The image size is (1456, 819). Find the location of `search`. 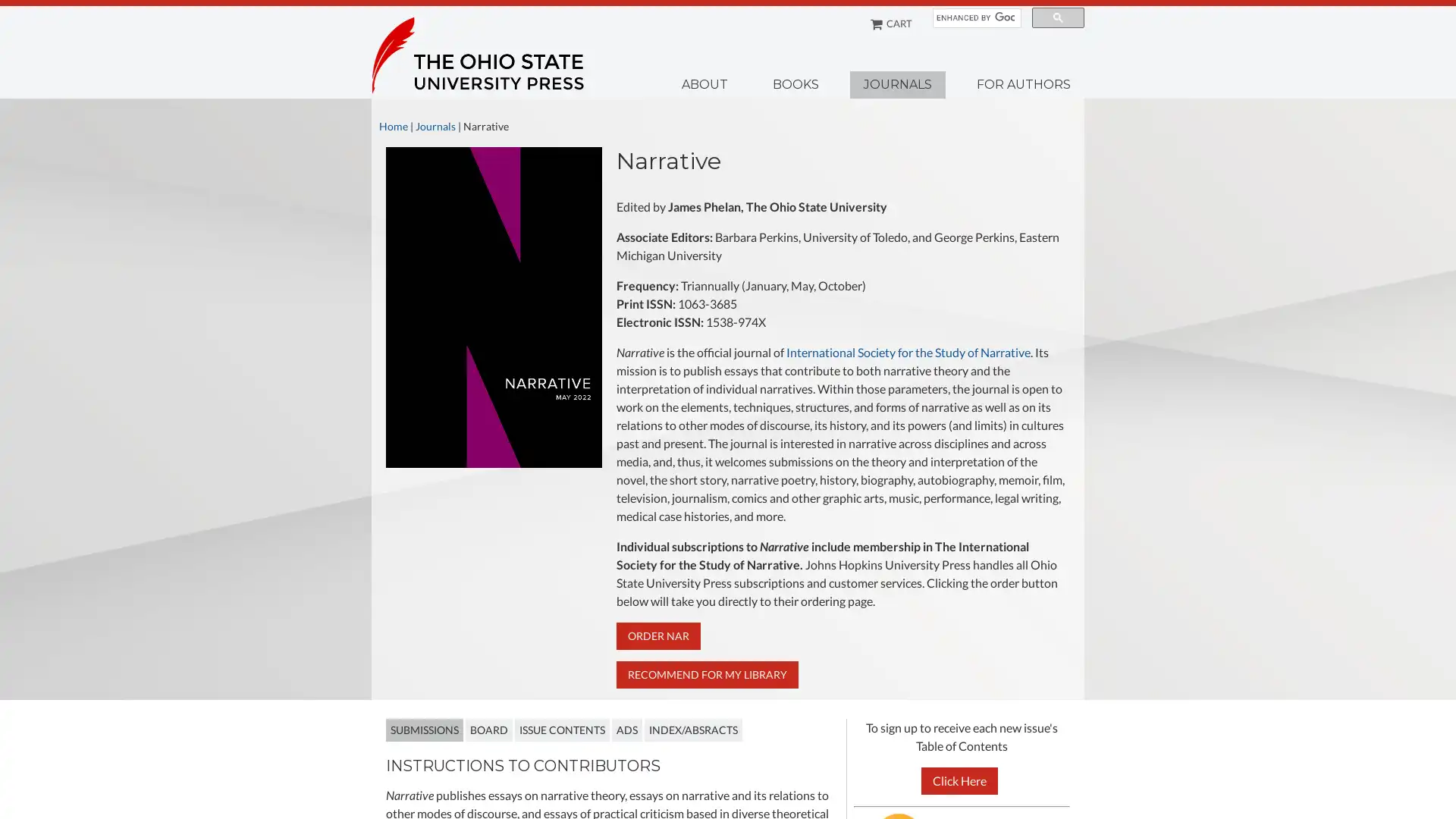

search is located at coordinates (1057, 17).